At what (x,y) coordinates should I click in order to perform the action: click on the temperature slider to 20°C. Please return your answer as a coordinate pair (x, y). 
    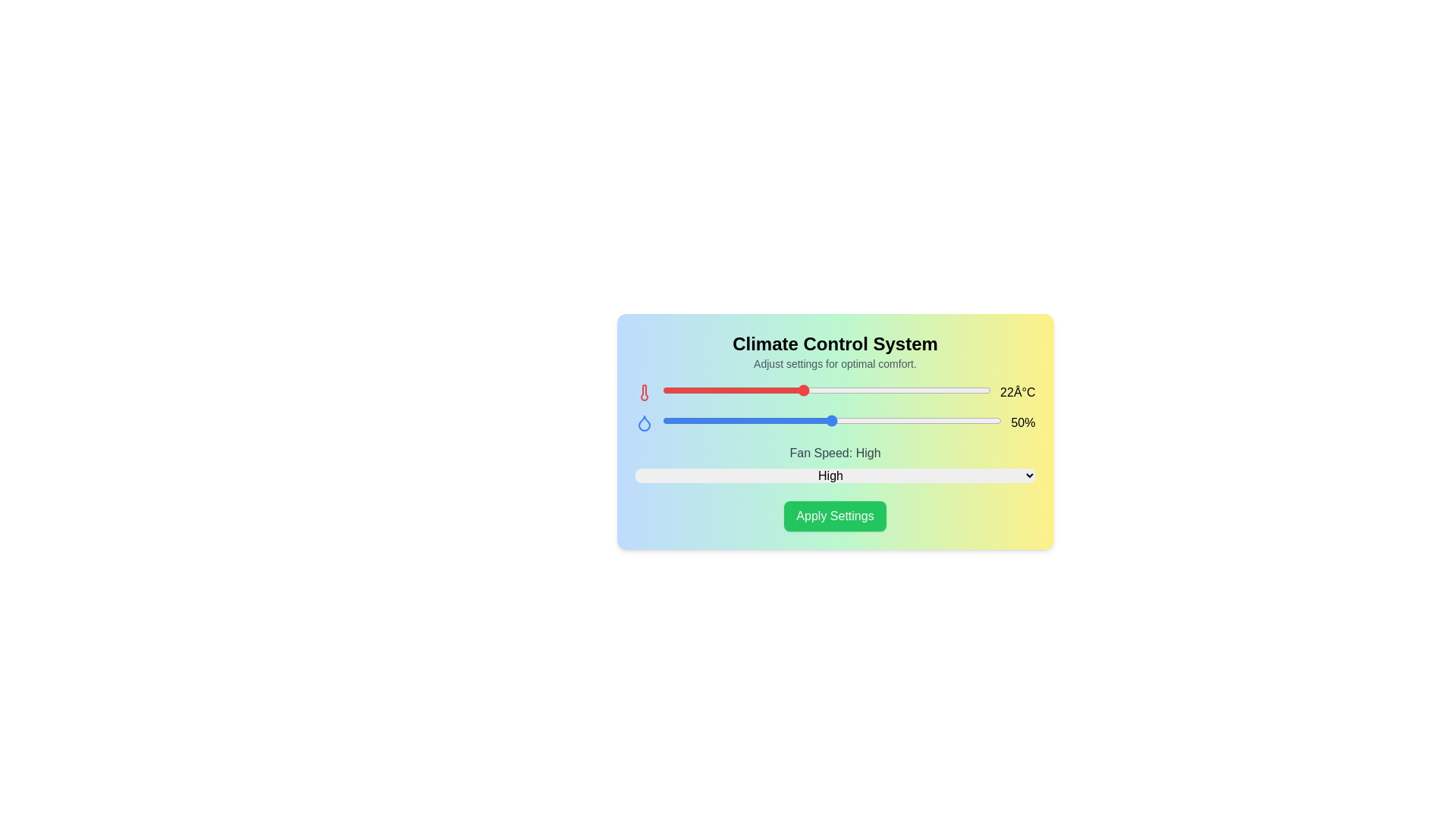
    Looking at the image, I should click on (756, 390).